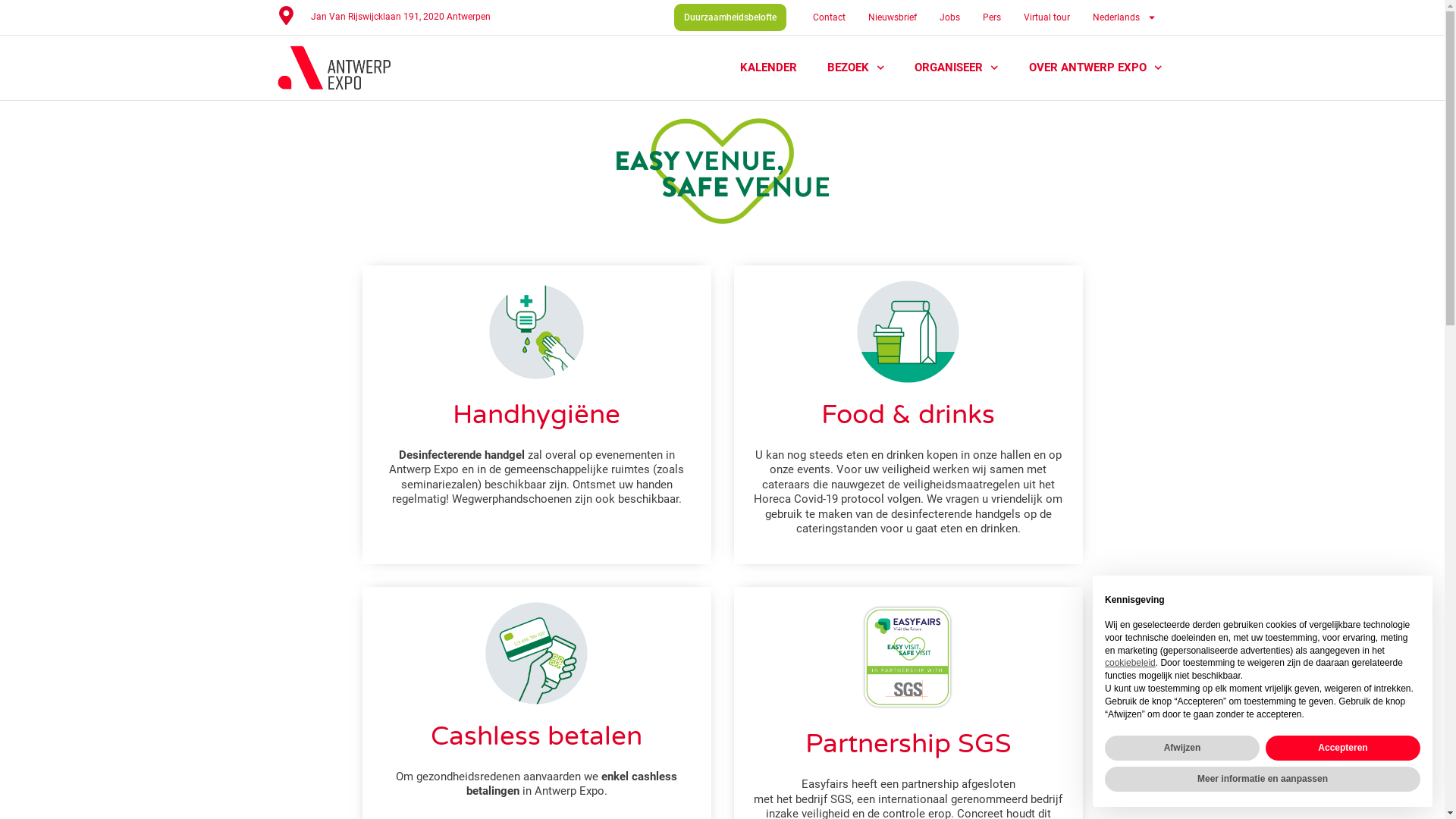 The height and width of the screenshot is (819, 1456). Describe the element at coordinates (855, 66) in the screenshot. I see `'BEZOEK'` at that location.